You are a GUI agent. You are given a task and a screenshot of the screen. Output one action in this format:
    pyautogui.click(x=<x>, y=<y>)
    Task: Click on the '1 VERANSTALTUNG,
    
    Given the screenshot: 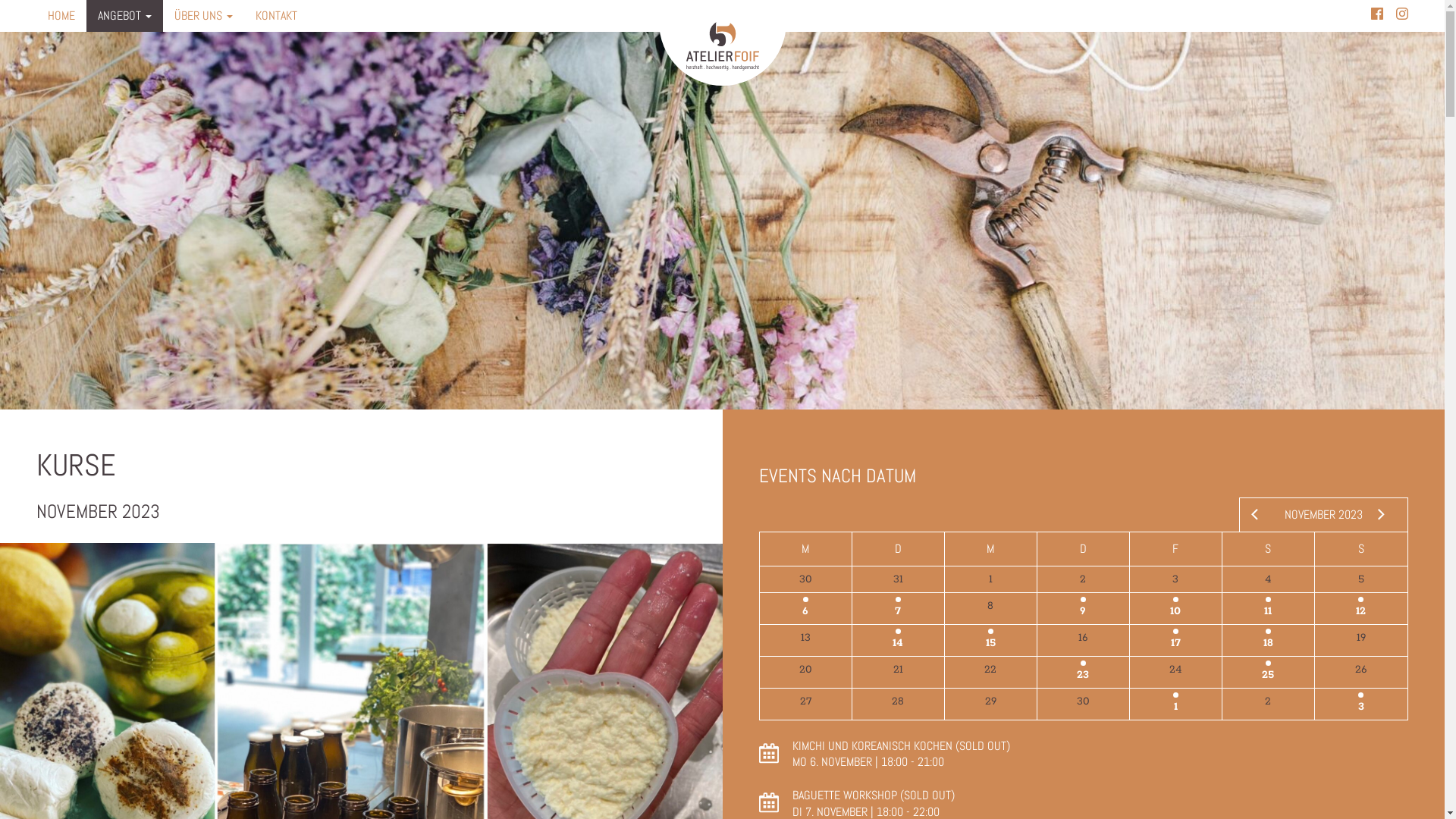 What is the action you would take?
    pyautogui.click(x=1175, y=640)
    